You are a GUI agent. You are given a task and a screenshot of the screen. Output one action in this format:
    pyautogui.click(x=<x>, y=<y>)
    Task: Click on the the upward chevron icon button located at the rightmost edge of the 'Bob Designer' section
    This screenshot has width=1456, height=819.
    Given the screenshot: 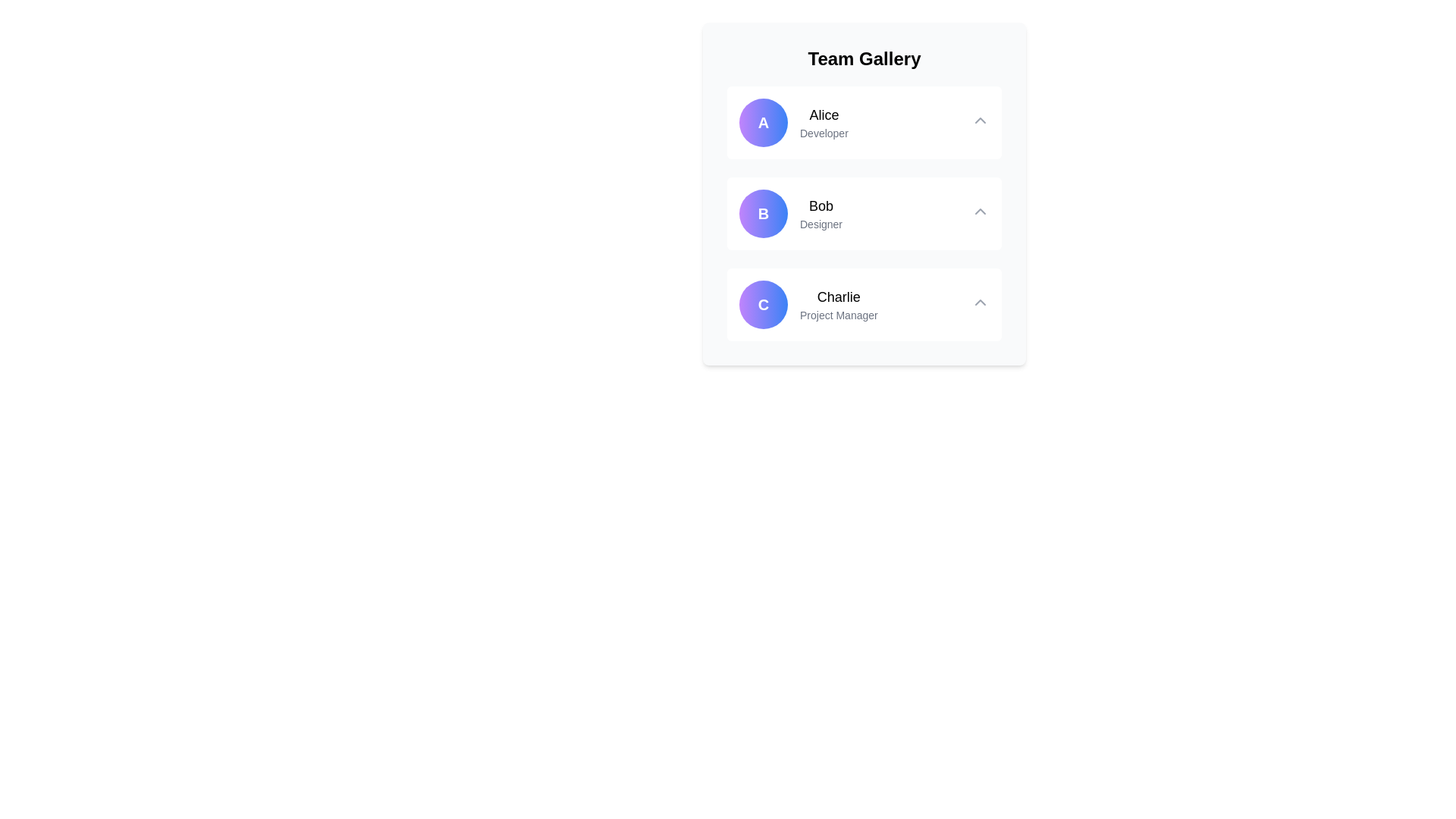 What is the action you would take?
    pyautogui.click(x=980, y=213)
    